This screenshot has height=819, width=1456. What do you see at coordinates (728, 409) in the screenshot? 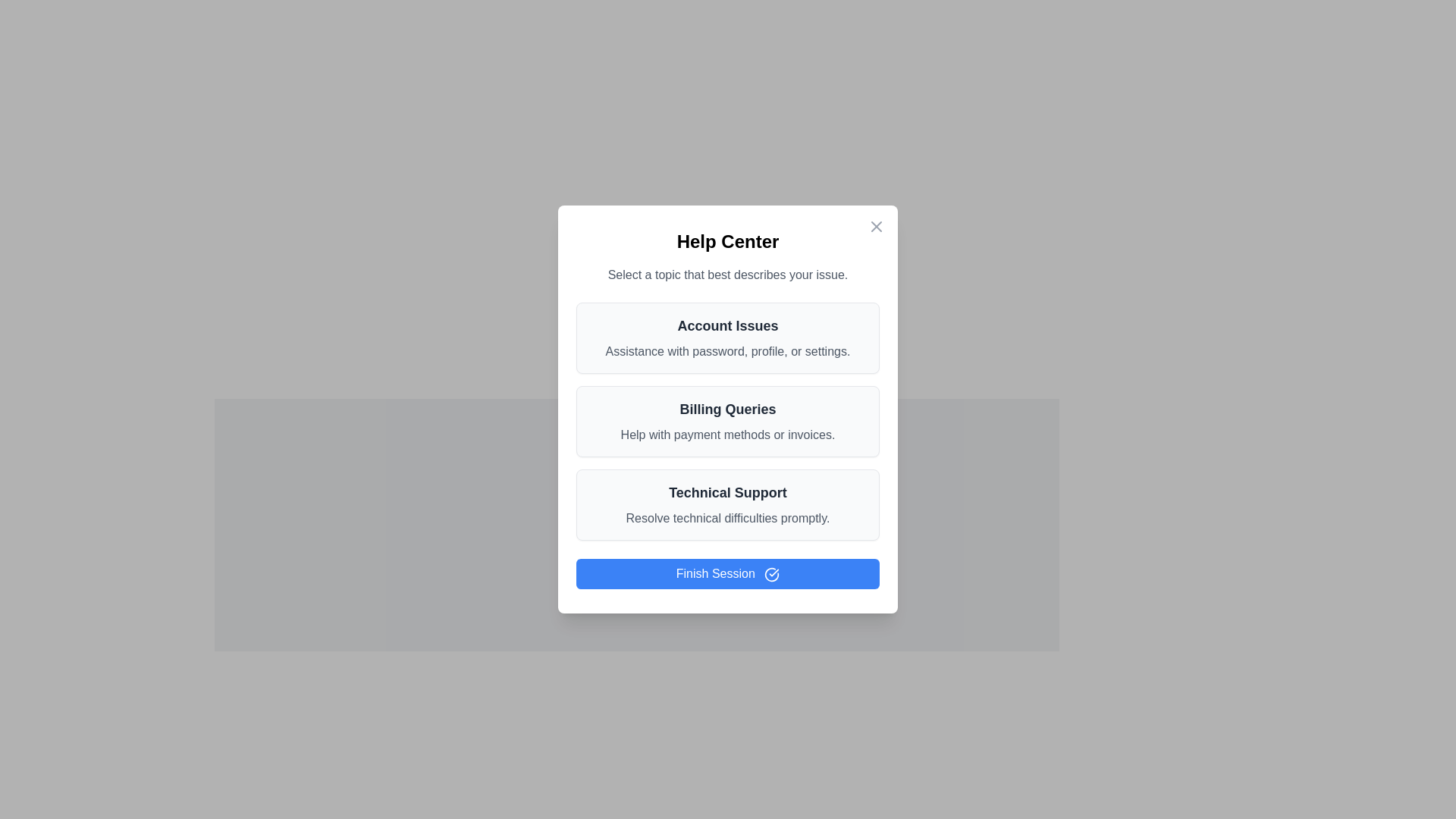
I see `the 'Finish Session' button in the Help Center modal window to observe any hover effects` at bounding box center [728, 409].